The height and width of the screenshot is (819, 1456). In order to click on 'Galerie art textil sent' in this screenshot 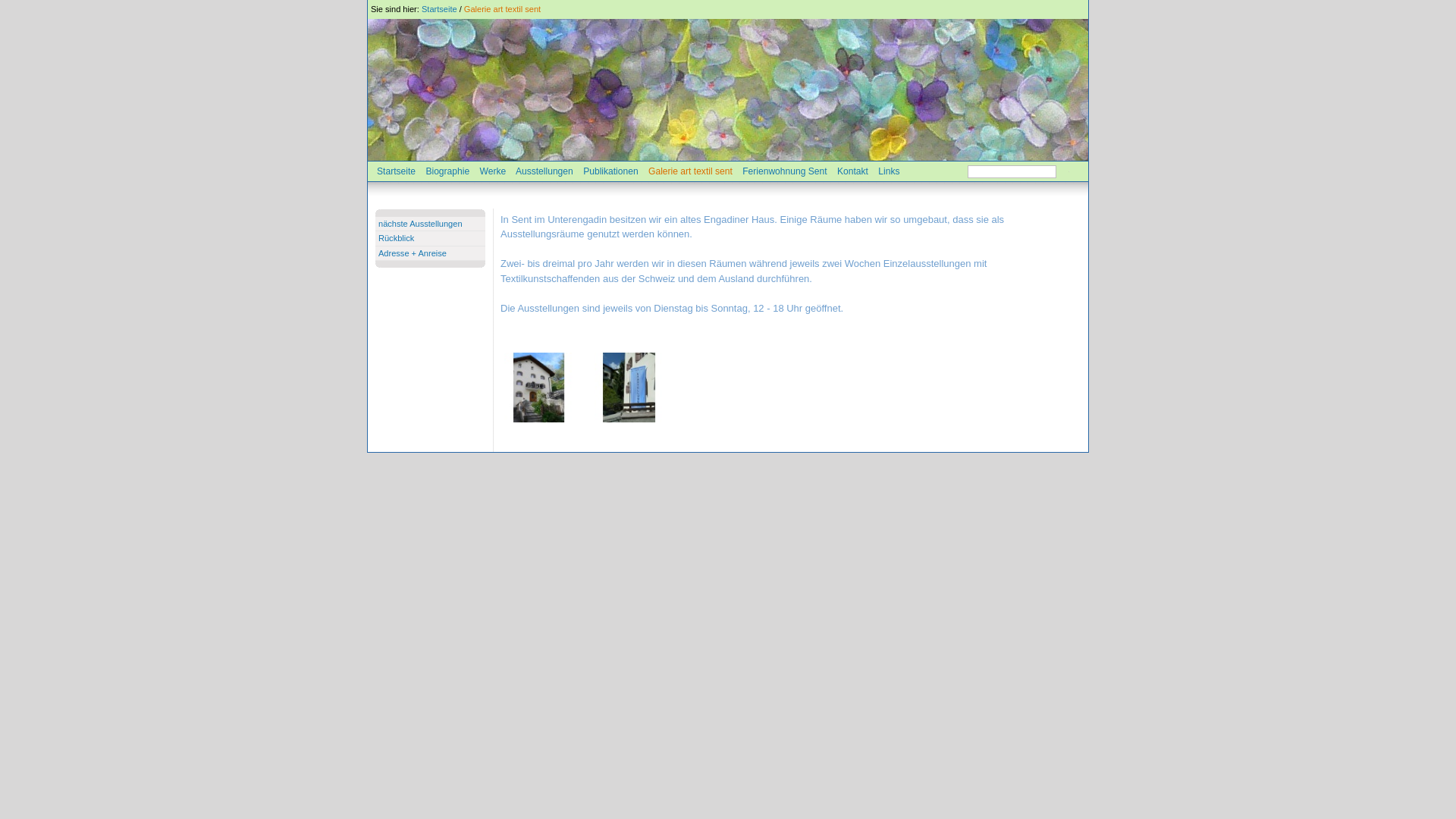, I will do `click(502, 8)`.